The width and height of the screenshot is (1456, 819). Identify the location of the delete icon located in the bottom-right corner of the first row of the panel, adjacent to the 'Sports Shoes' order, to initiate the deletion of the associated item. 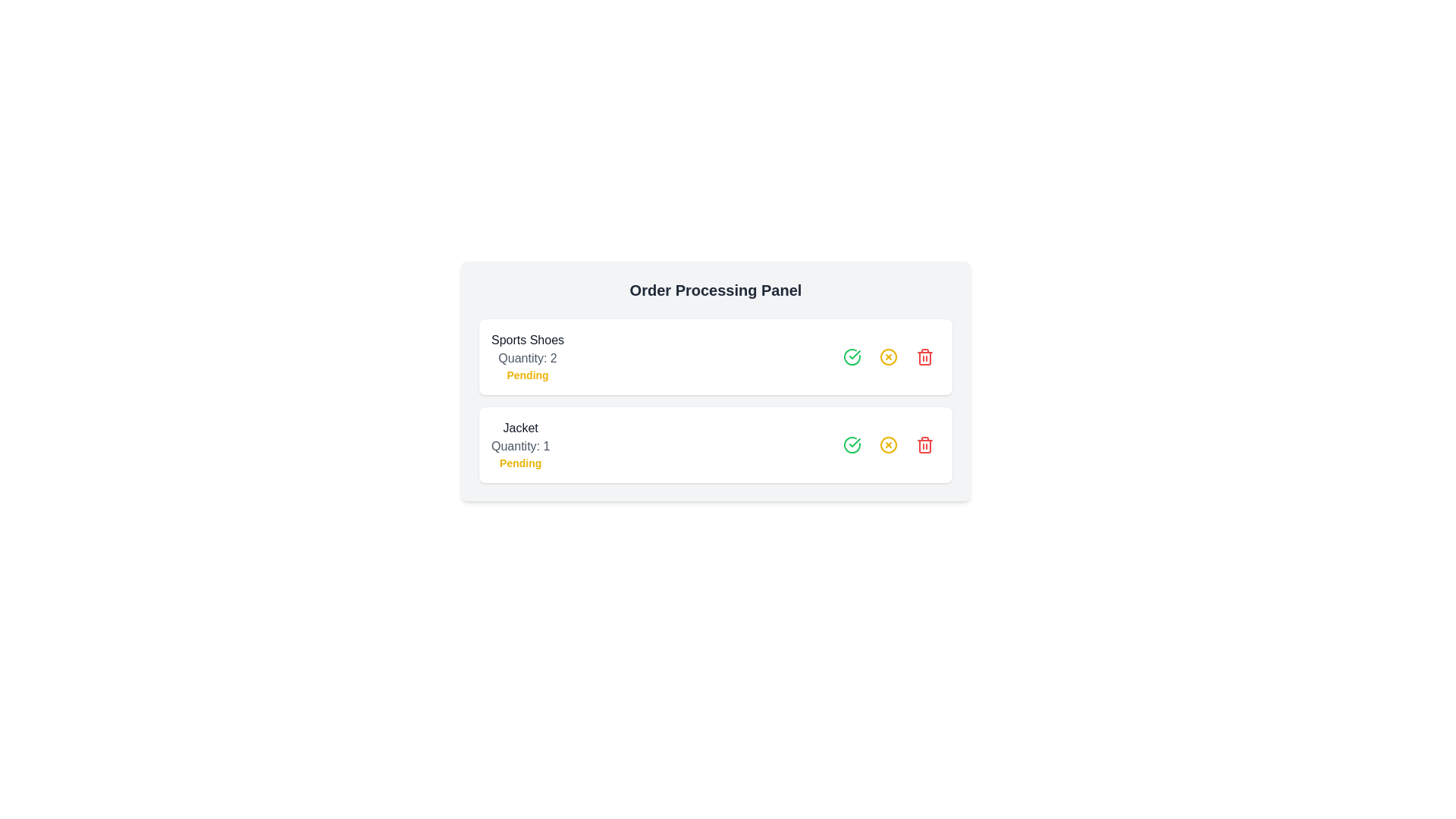
(924, 356).